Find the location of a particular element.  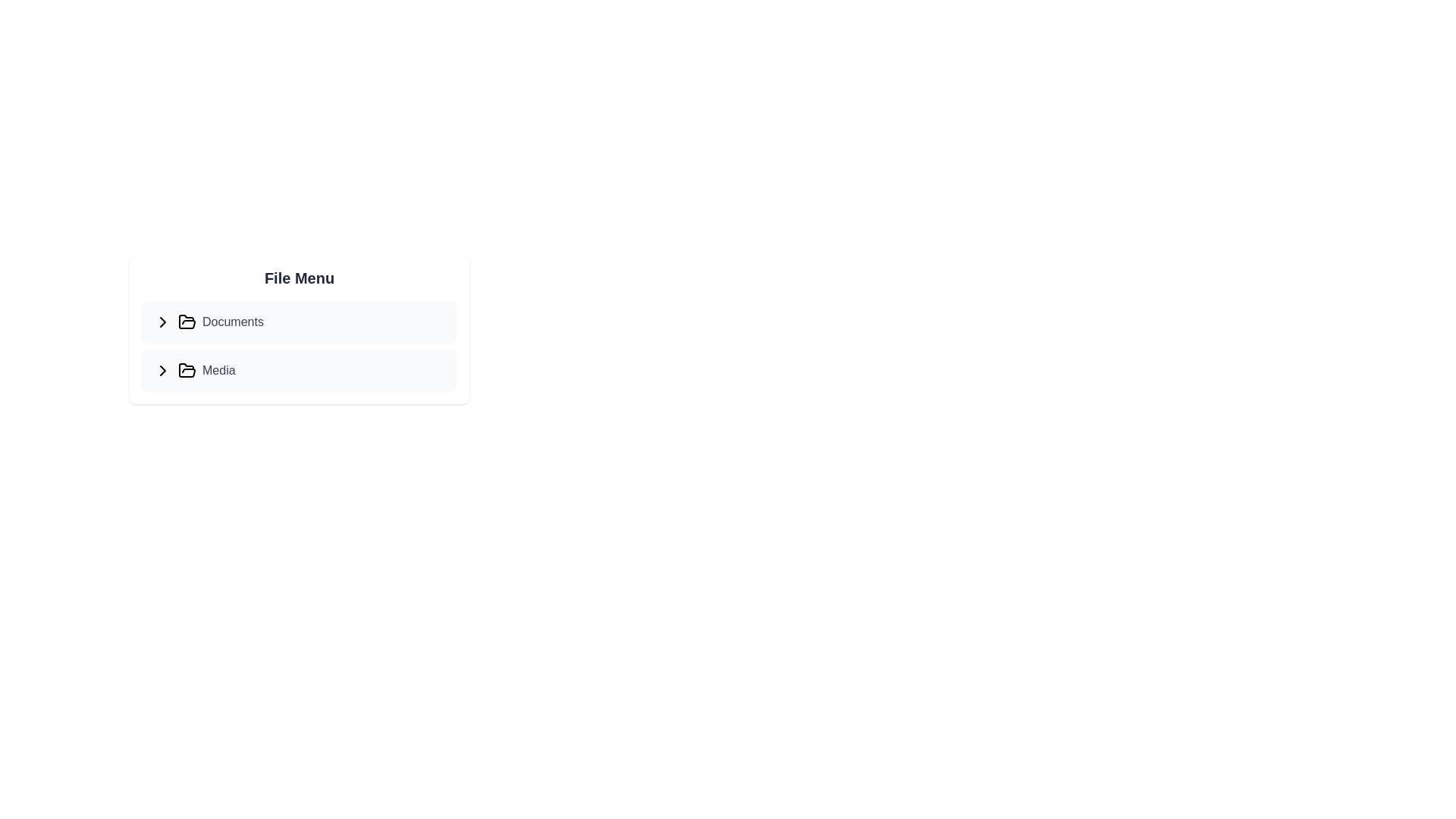

the first item in the file menu, which represents the 'Documents' directory is located at coordinates (299, 321).